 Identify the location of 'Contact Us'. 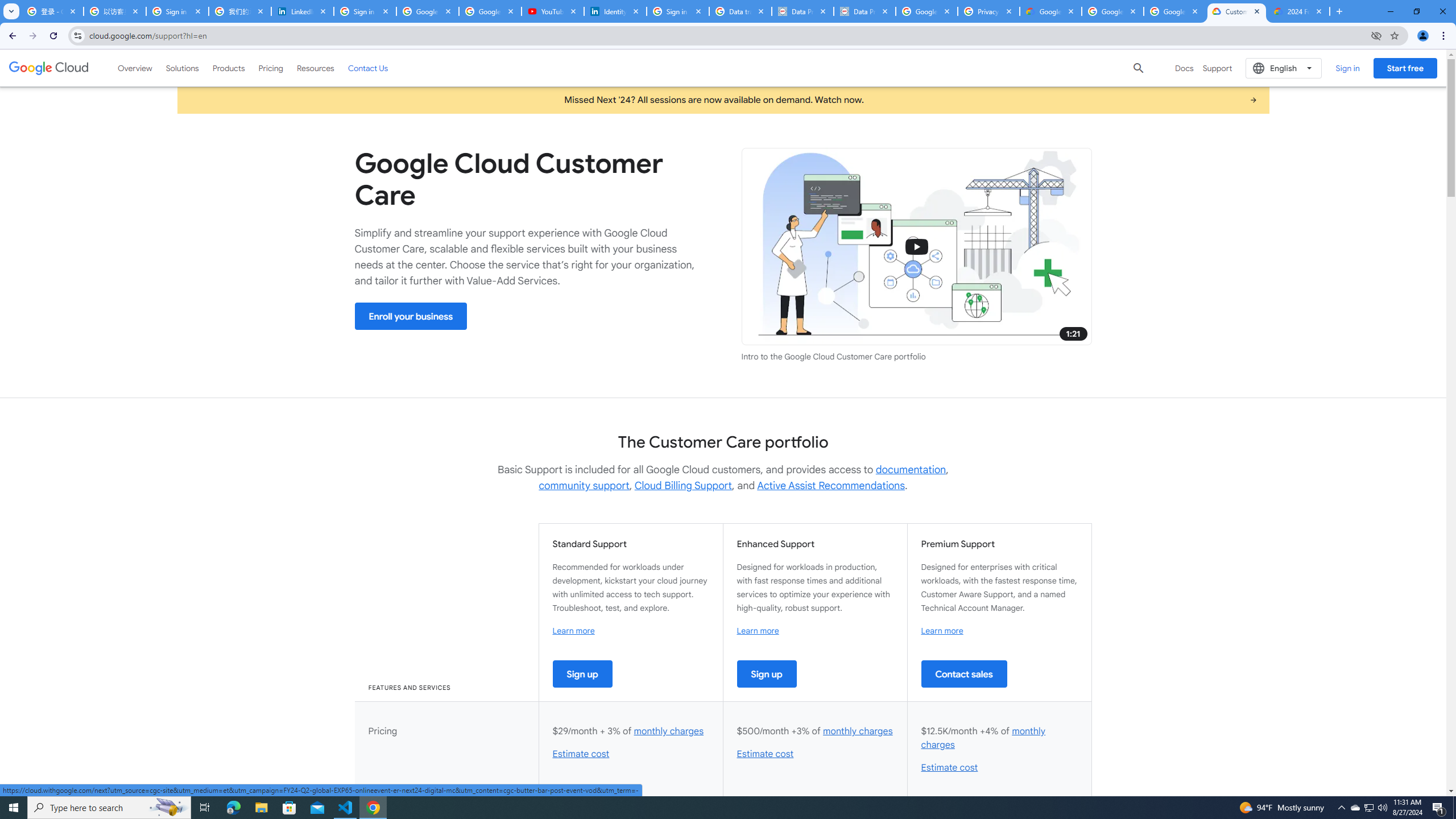
(368, 68).